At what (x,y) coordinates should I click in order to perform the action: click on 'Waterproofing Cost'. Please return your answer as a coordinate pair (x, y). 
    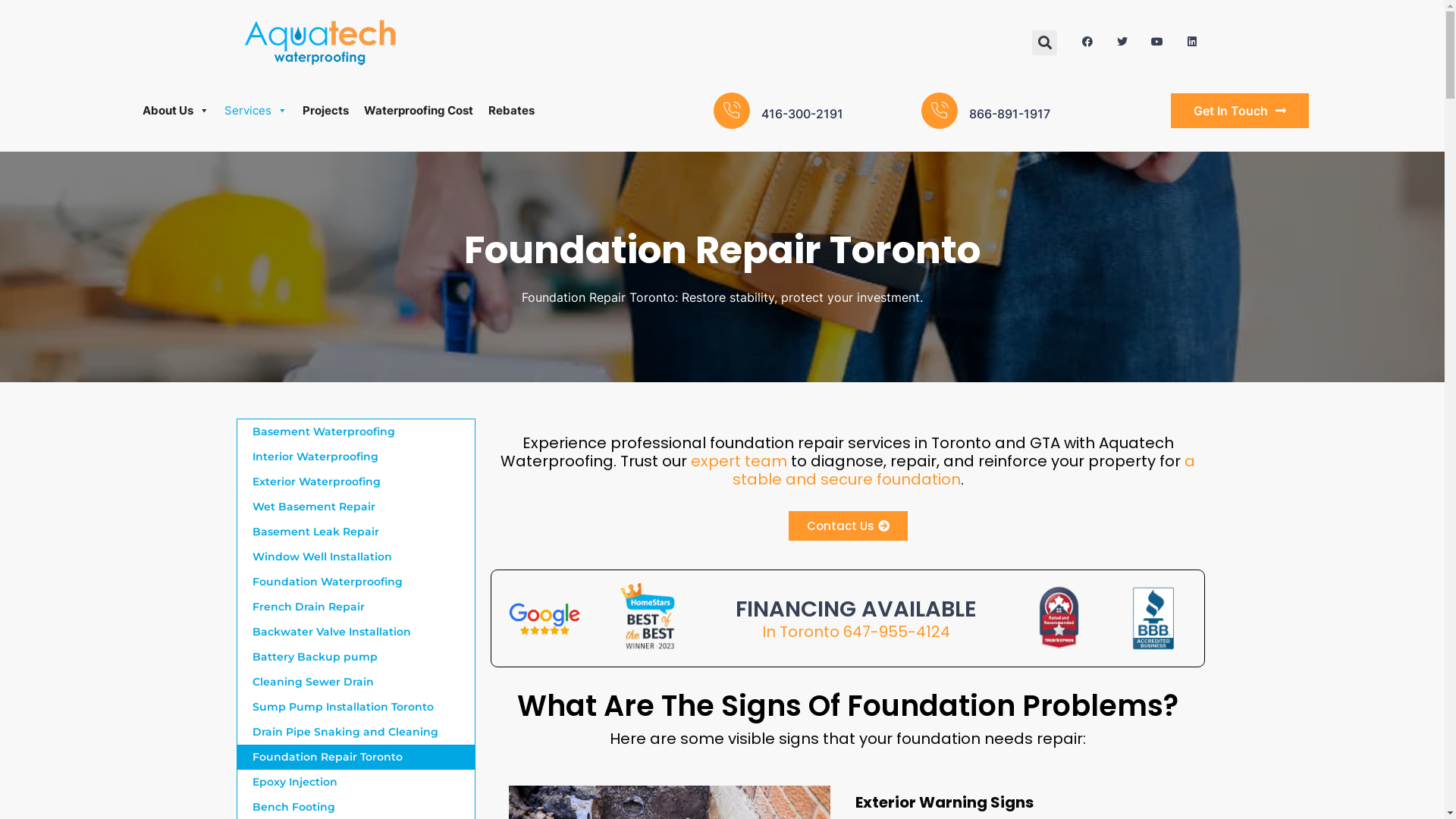
    Looking at the image, I should click on (419, 110).